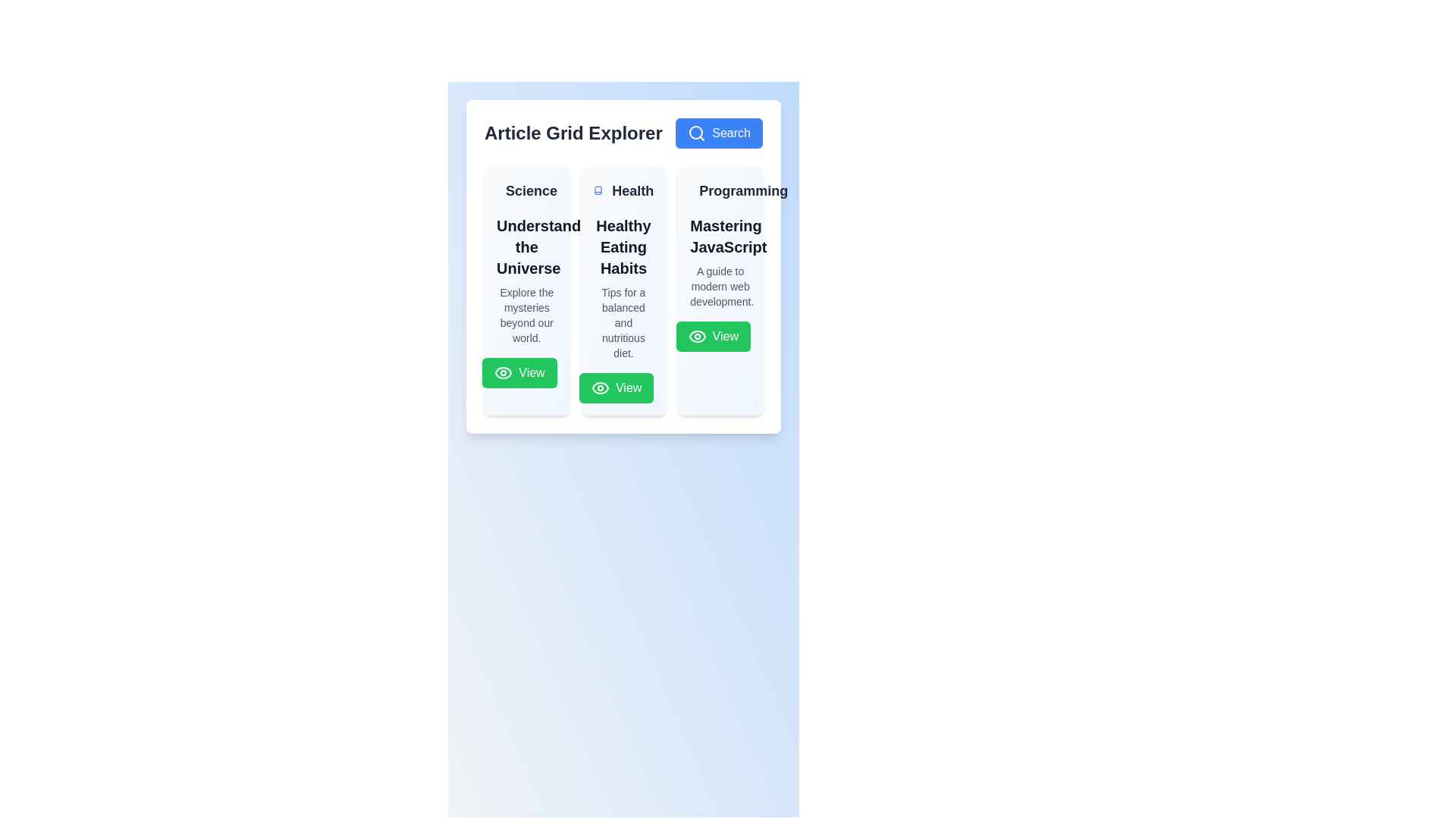 This screenshot has height=819, width=1456. I want to click on the 'Health' label with a book icon, which is located at the top-left corner of the second card in a grid of three cards, so click(623, 190).